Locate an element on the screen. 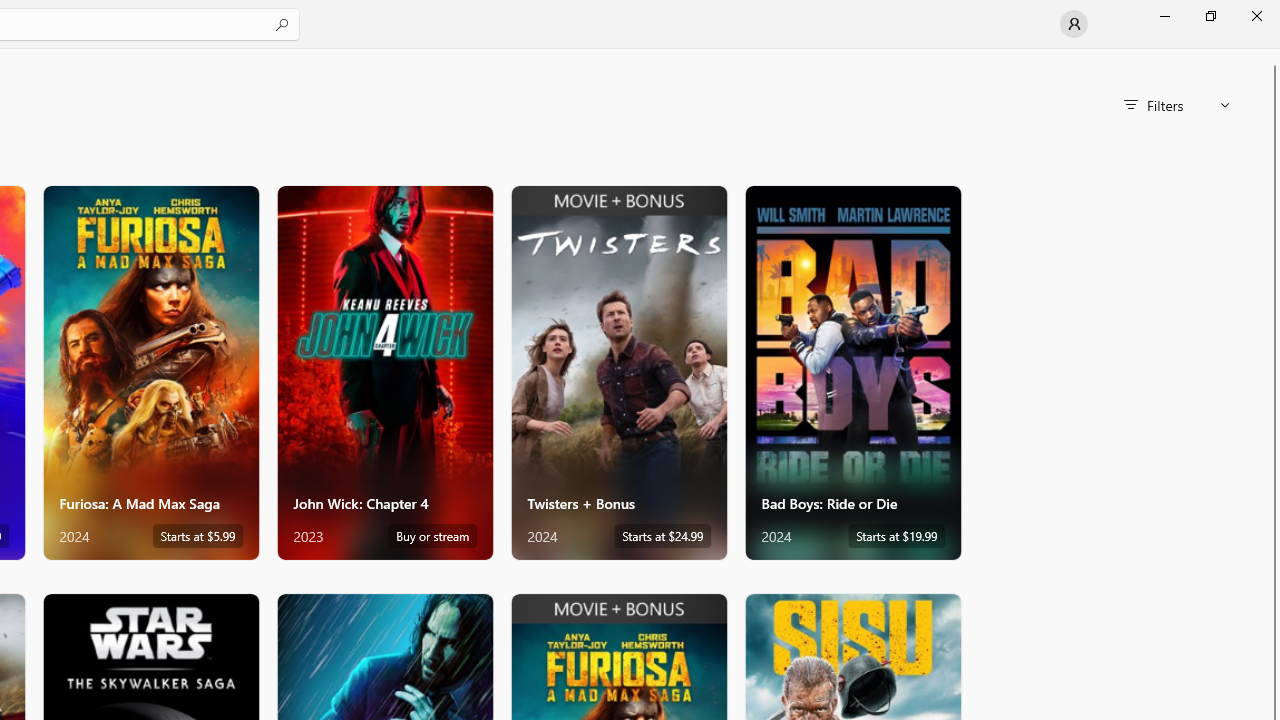 This screenshot has height=720, width=1280. 'Minimize Microsoft Store' is located at coordinates (1164, 15).